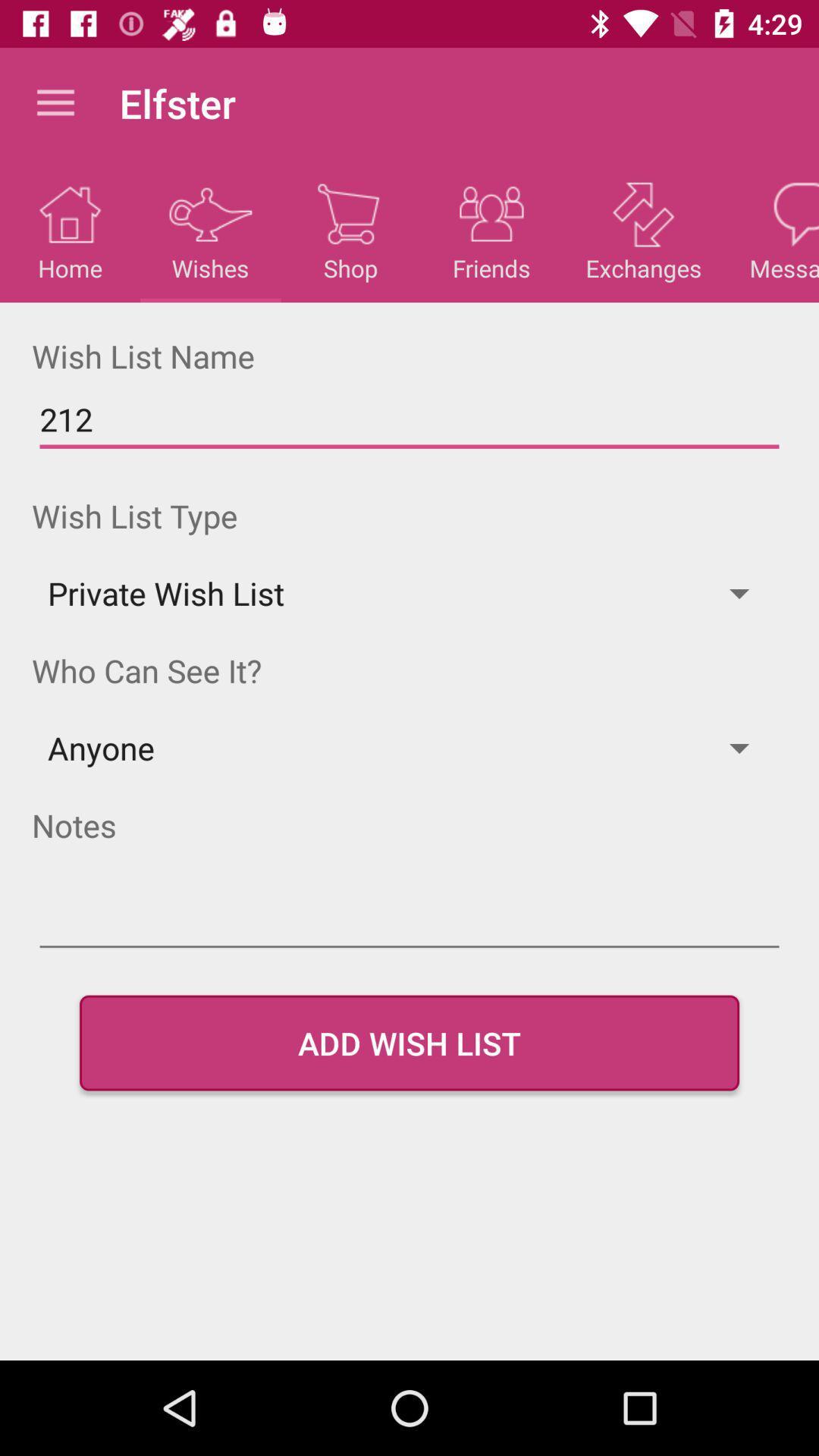 Image resolution: width=819 pixels, height=1456 pixels. Describe the element at coordinates (55, 102) in the screenshot. I see `item above home icon` at that location.